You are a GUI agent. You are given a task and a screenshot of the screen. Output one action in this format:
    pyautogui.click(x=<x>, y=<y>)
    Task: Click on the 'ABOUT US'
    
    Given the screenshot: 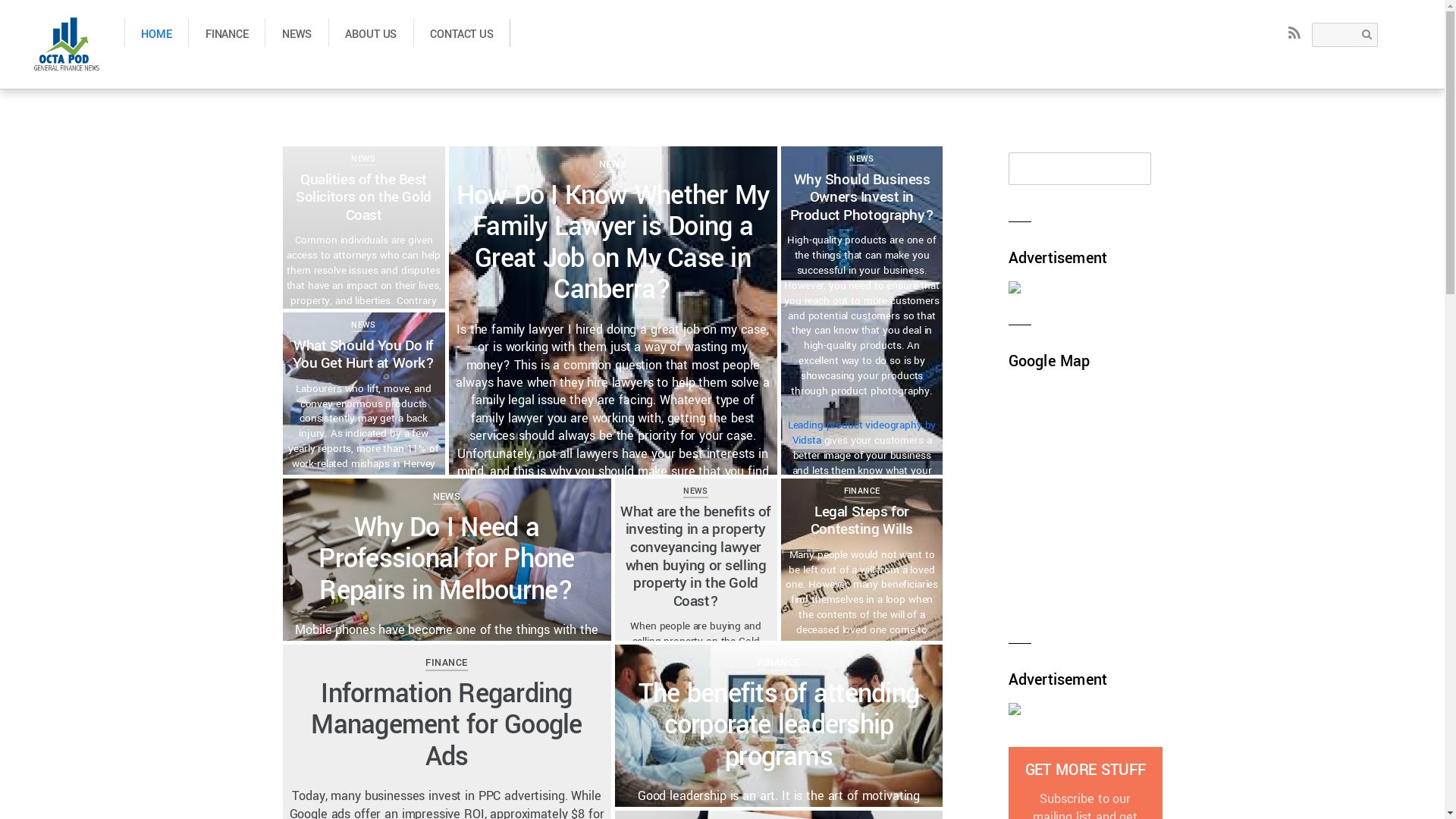 What is the action you would take?
    pyautogui.click(x=371, y=32)
    